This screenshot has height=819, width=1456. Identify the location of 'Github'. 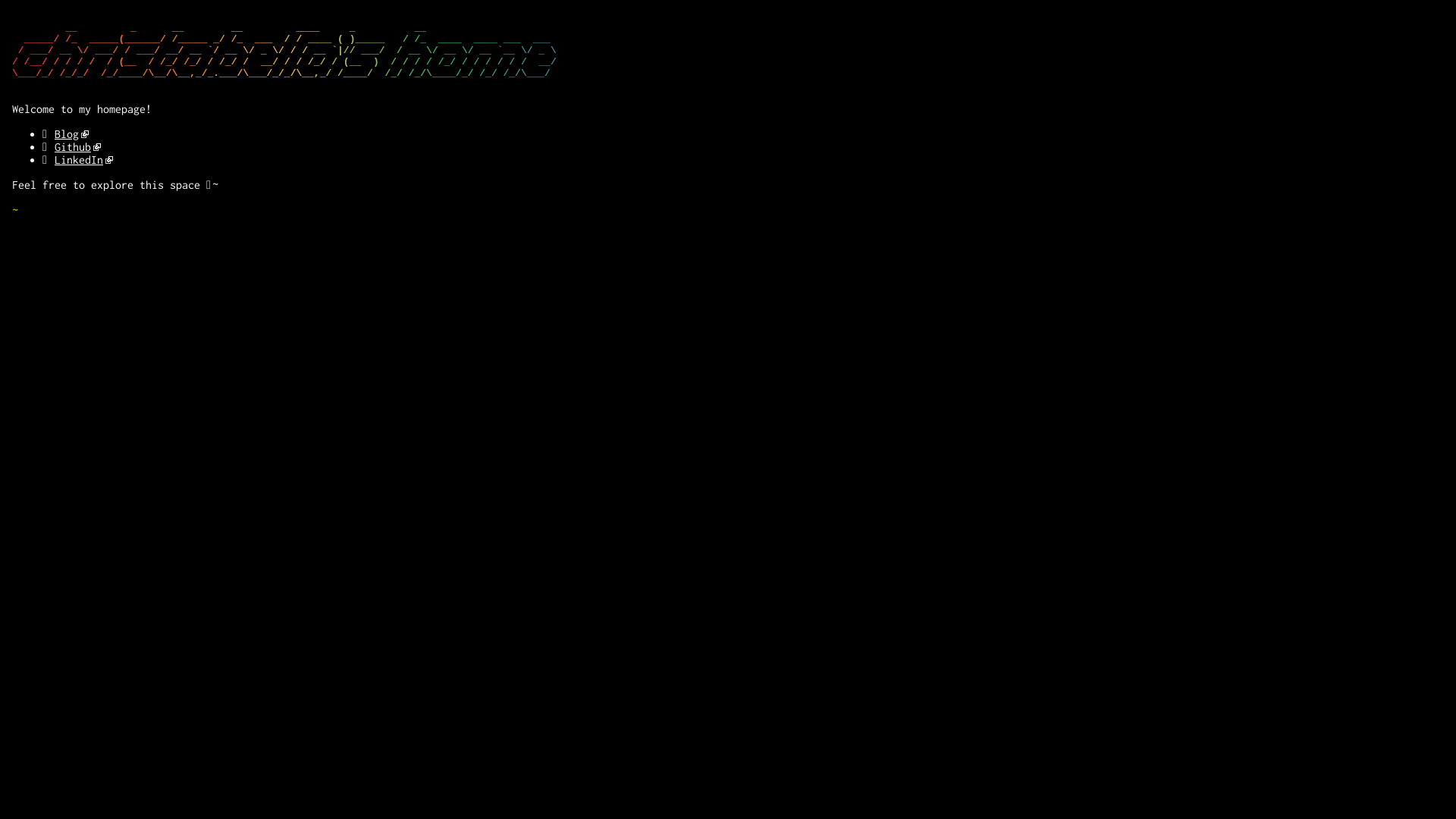
(77, 146).